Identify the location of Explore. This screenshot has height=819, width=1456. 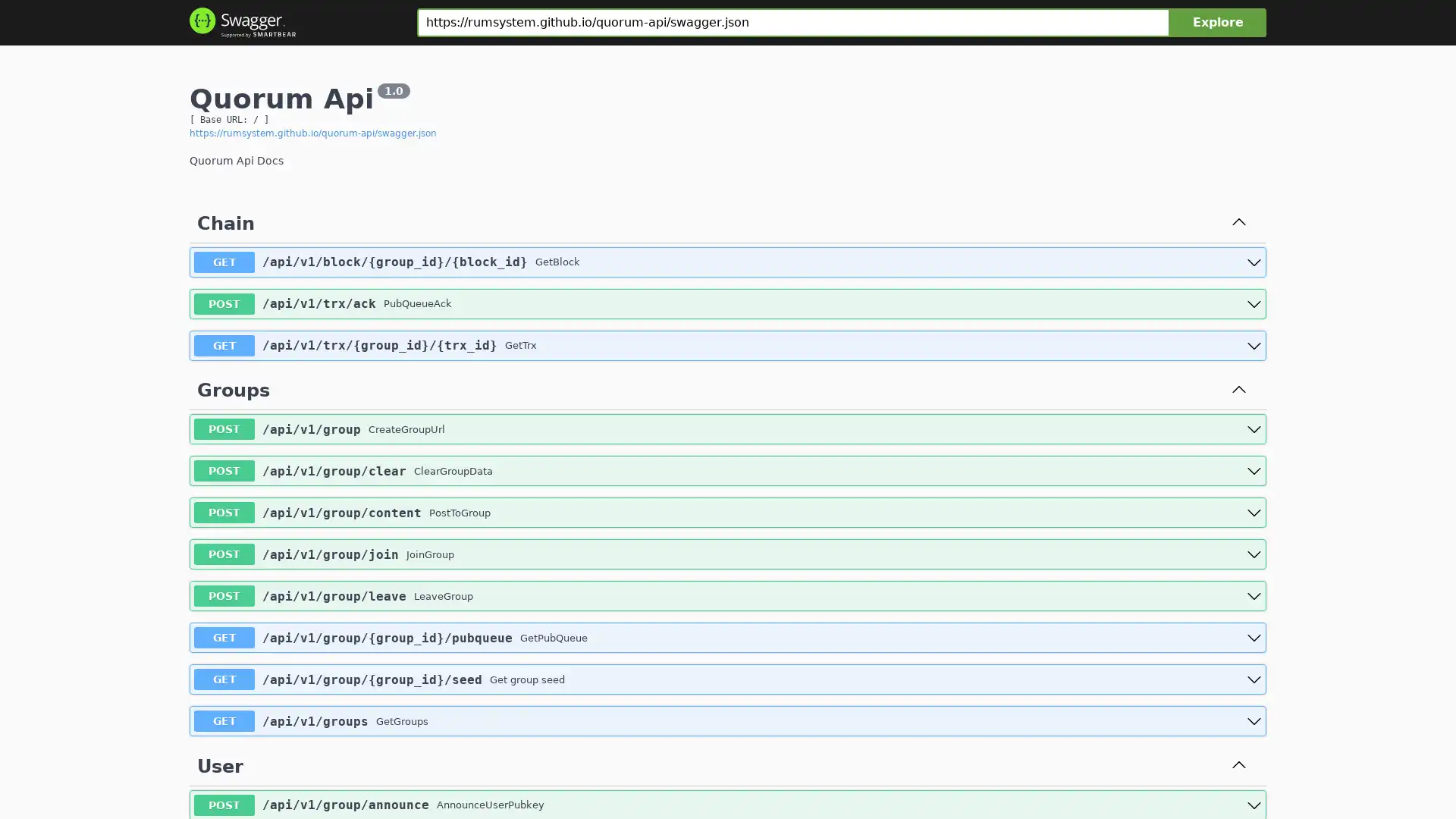
(1218, 22).